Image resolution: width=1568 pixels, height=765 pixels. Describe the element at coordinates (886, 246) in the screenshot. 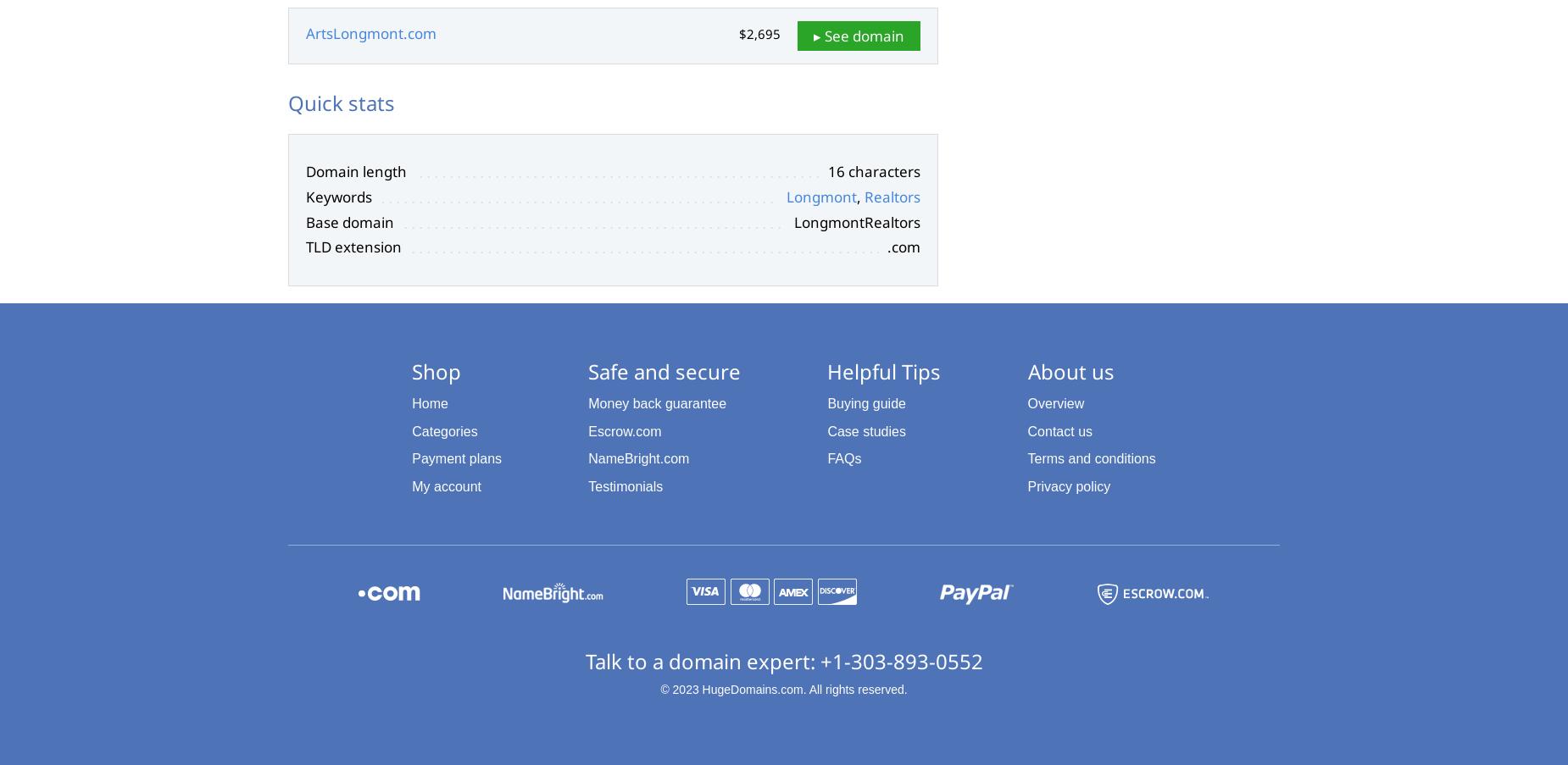

I see `'.com'` at that location.